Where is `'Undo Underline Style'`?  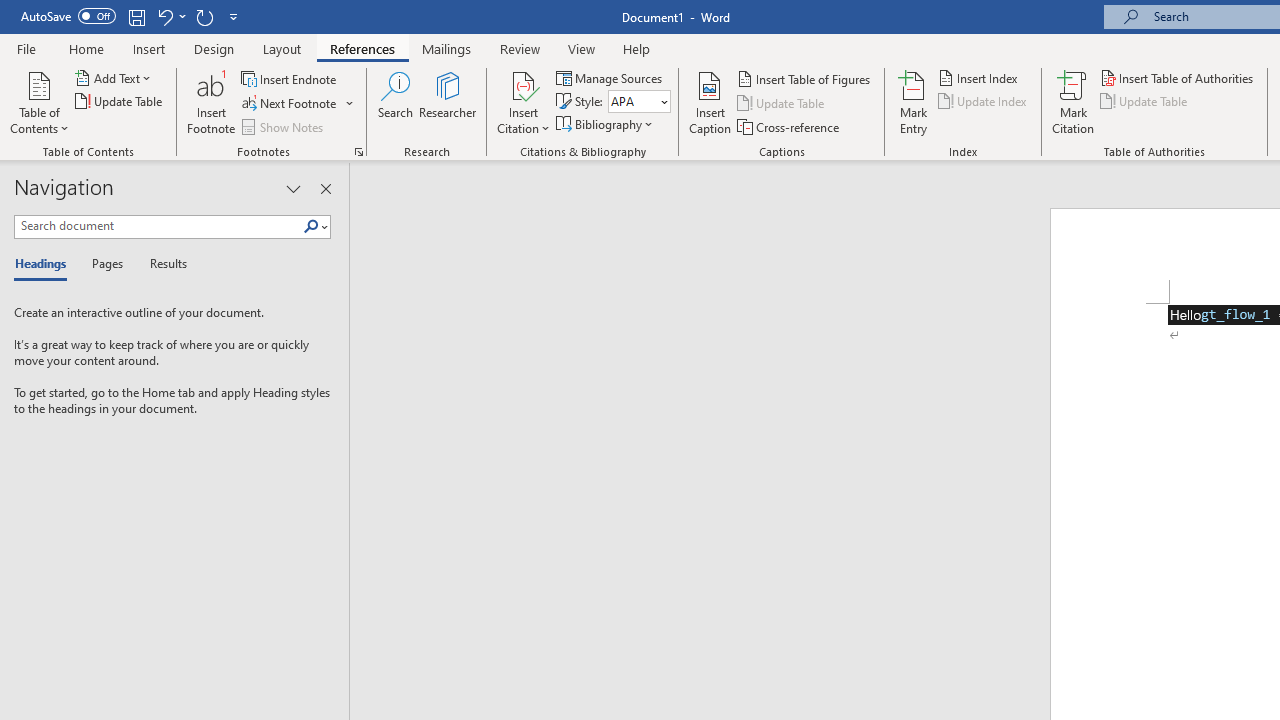 'Undo Underline Style' is located at coordinates (164, 16).